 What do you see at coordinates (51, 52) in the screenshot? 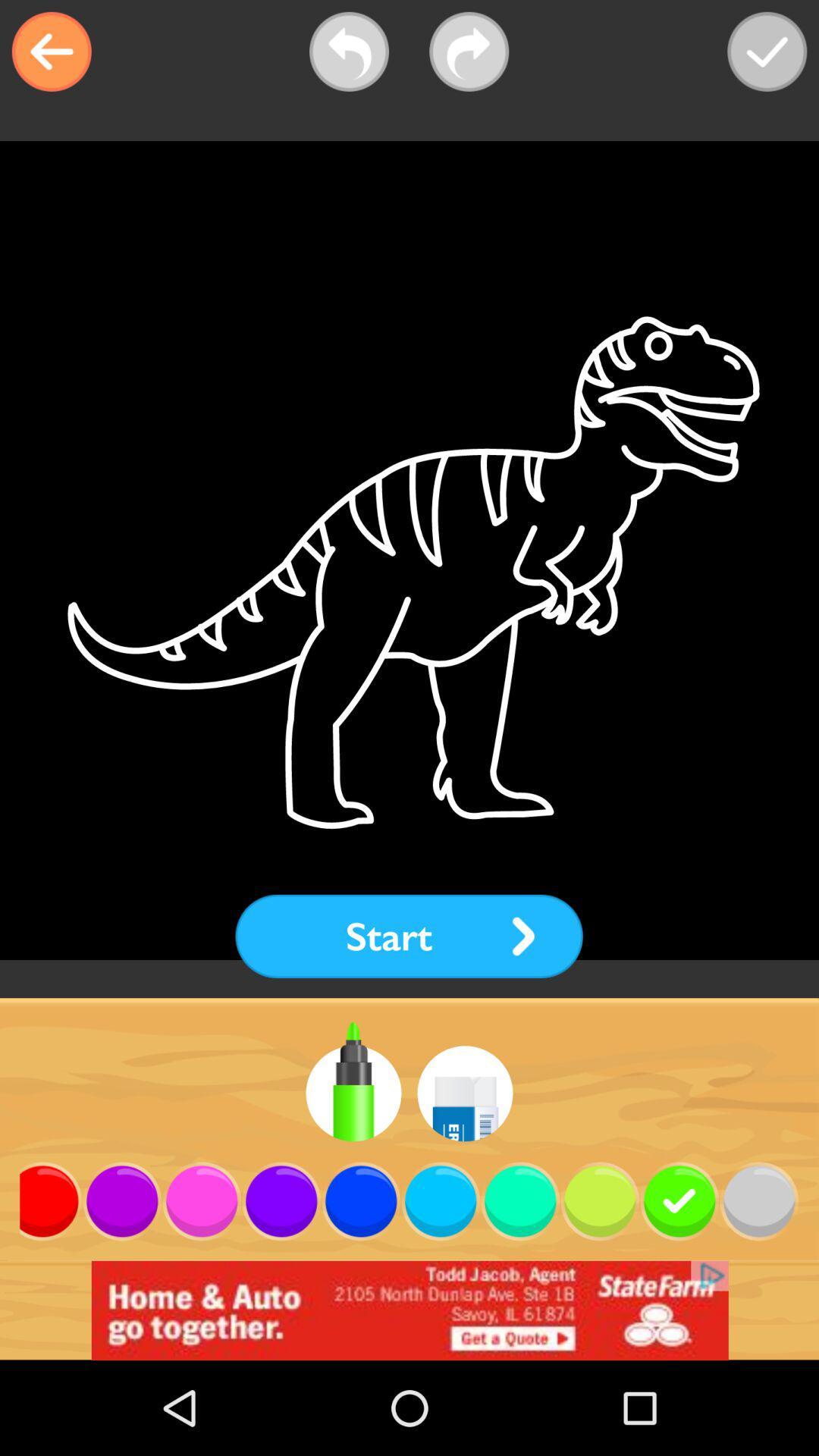
I see `go back` at bounding box center [51, 52].